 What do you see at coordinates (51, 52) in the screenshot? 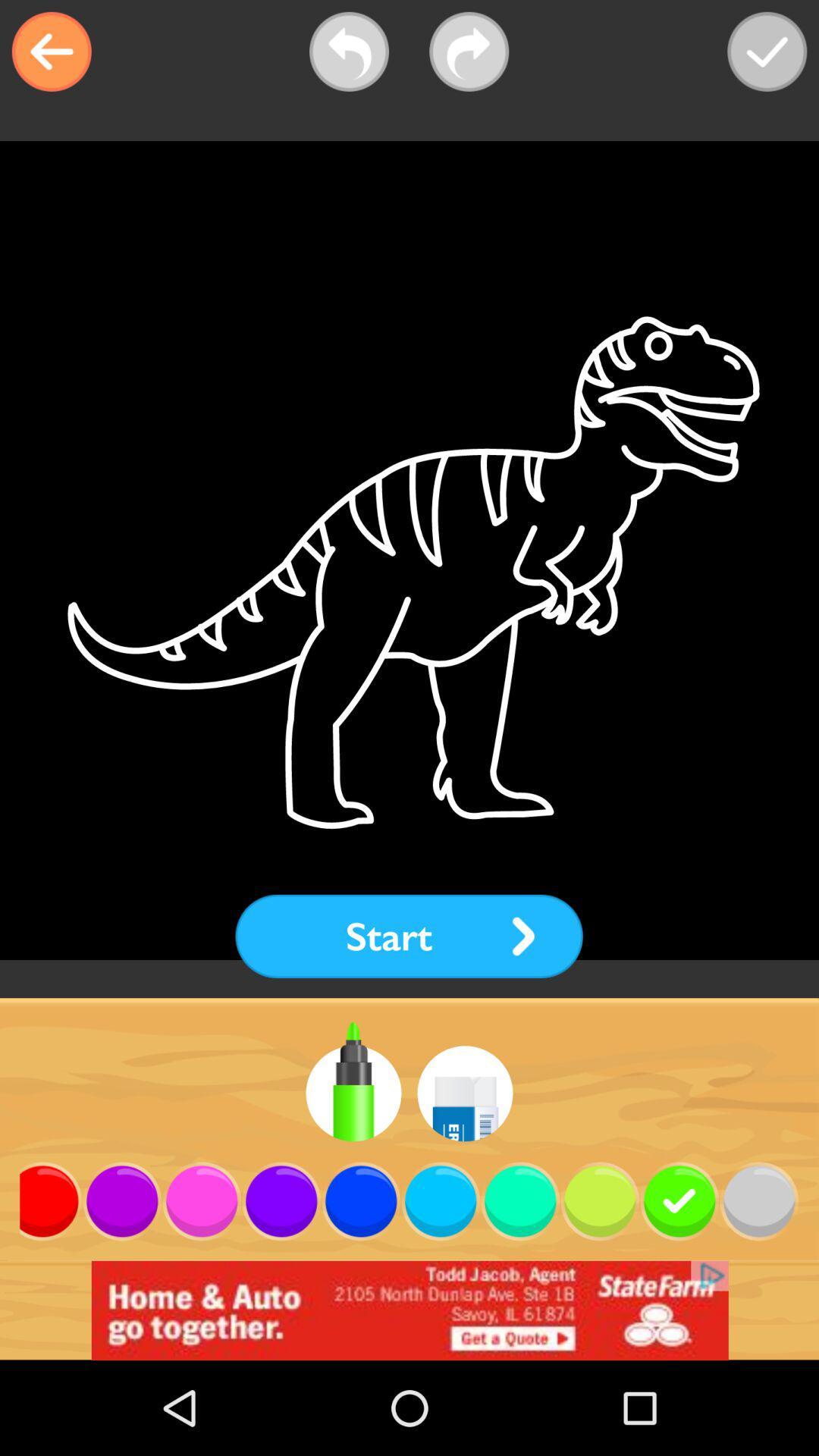
I see `go back` at bounding box center [51, 52].